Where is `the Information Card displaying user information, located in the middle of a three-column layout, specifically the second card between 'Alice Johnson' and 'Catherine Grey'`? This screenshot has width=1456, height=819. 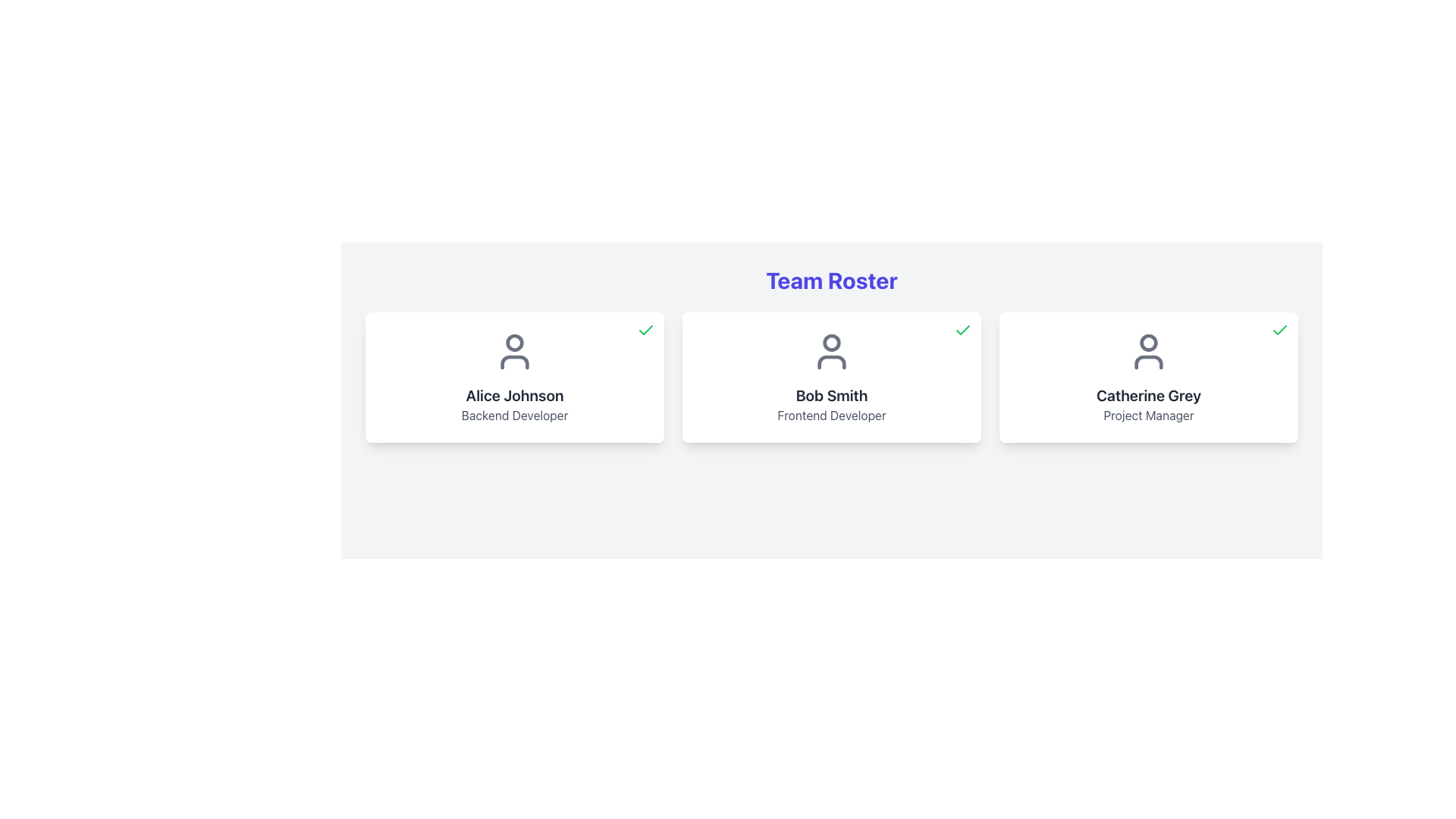
the Information Card displaying user information, located in the middle of a three-column layout, specifically the second card between 'Alice Johnson' and 'Catherine Grey' is located at coordinates (831, 376).